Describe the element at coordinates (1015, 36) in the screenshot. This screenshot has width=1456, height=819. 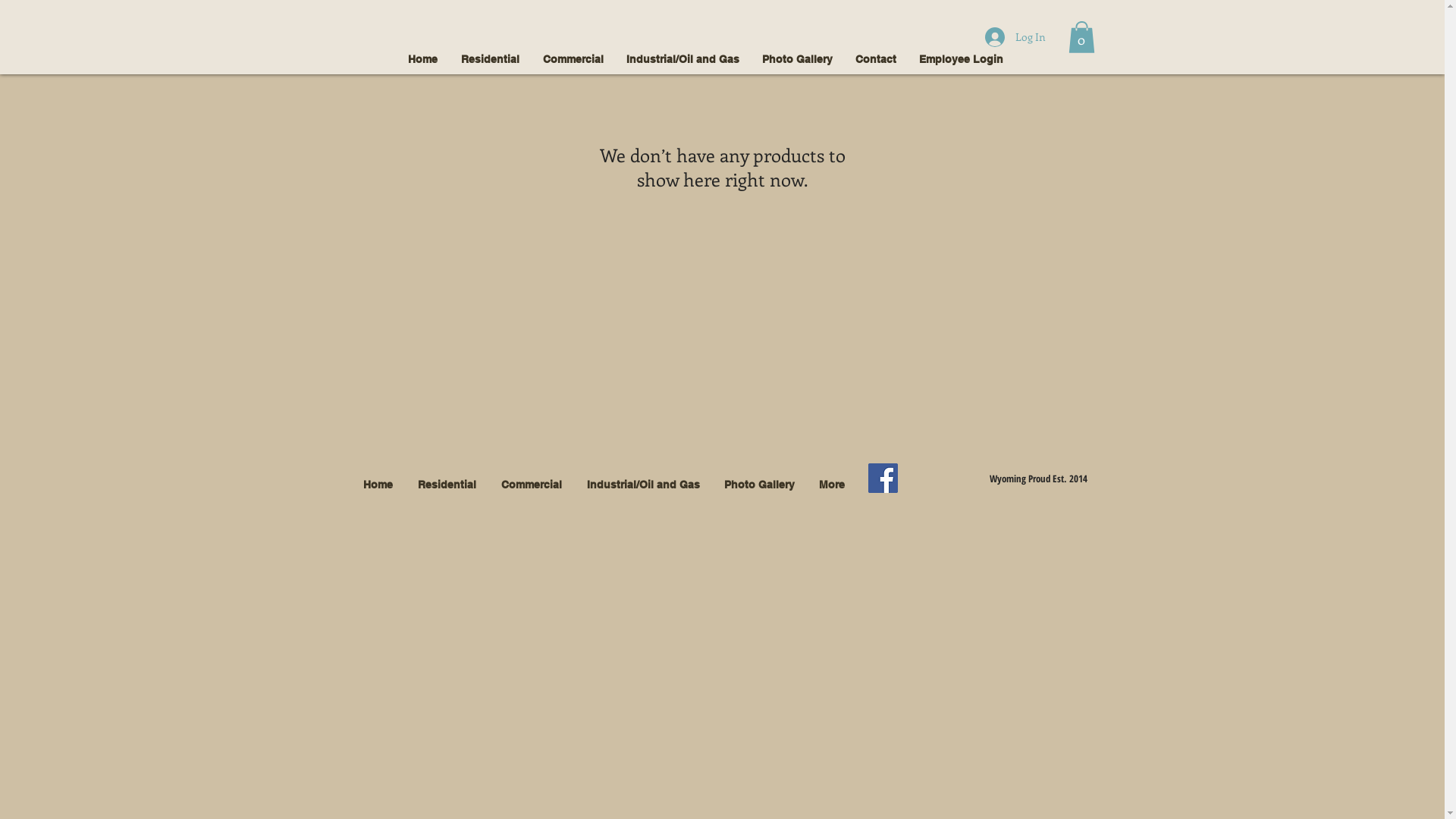
I see `'Log In'` at that location.